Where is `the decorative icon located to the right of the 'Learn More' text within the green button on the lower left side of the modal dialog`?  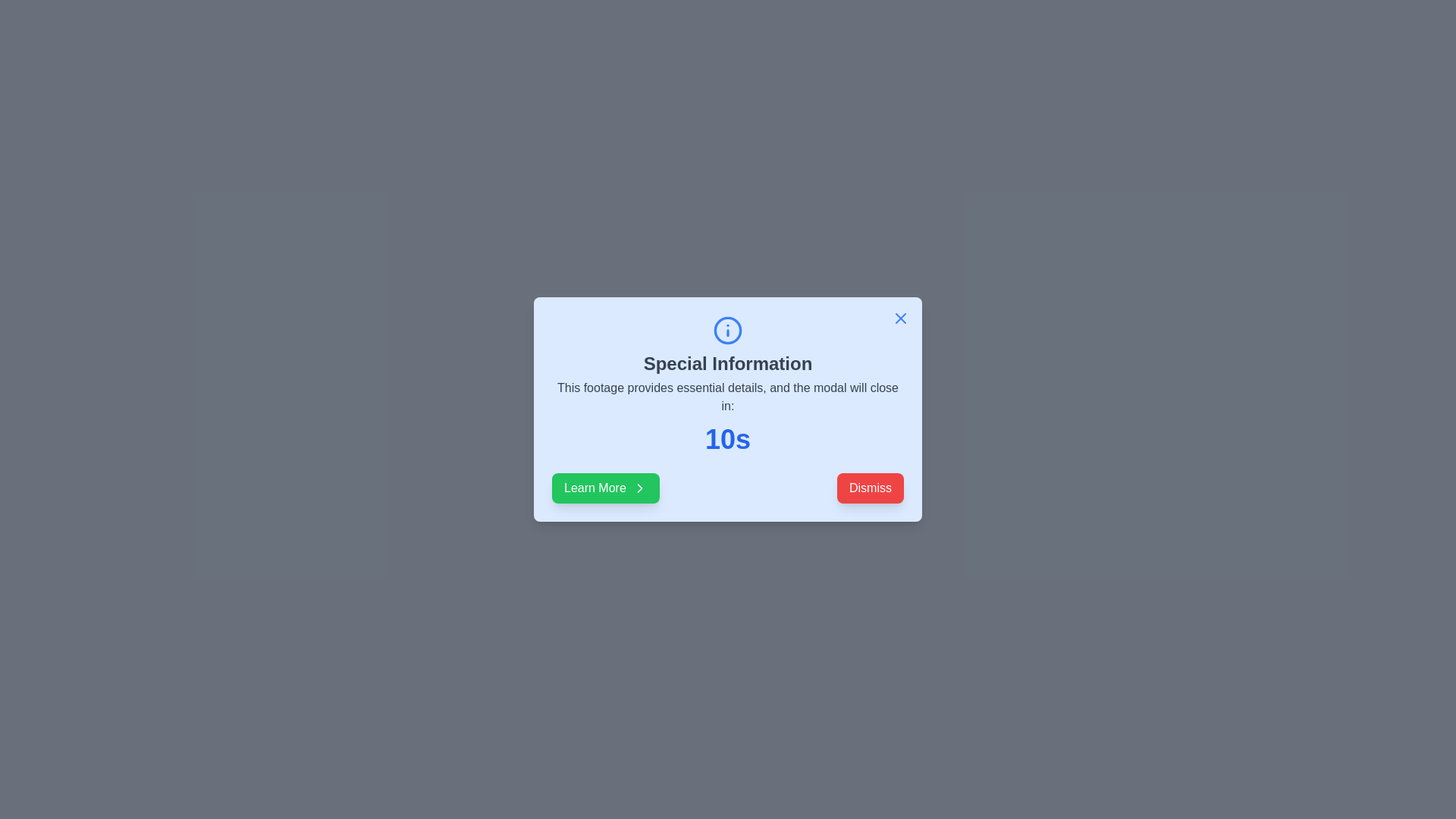
the decorative icon located to the right of the 'Learn More' text within the green button on the lower left side of the modal dialog is located at coordinates (639, 488).